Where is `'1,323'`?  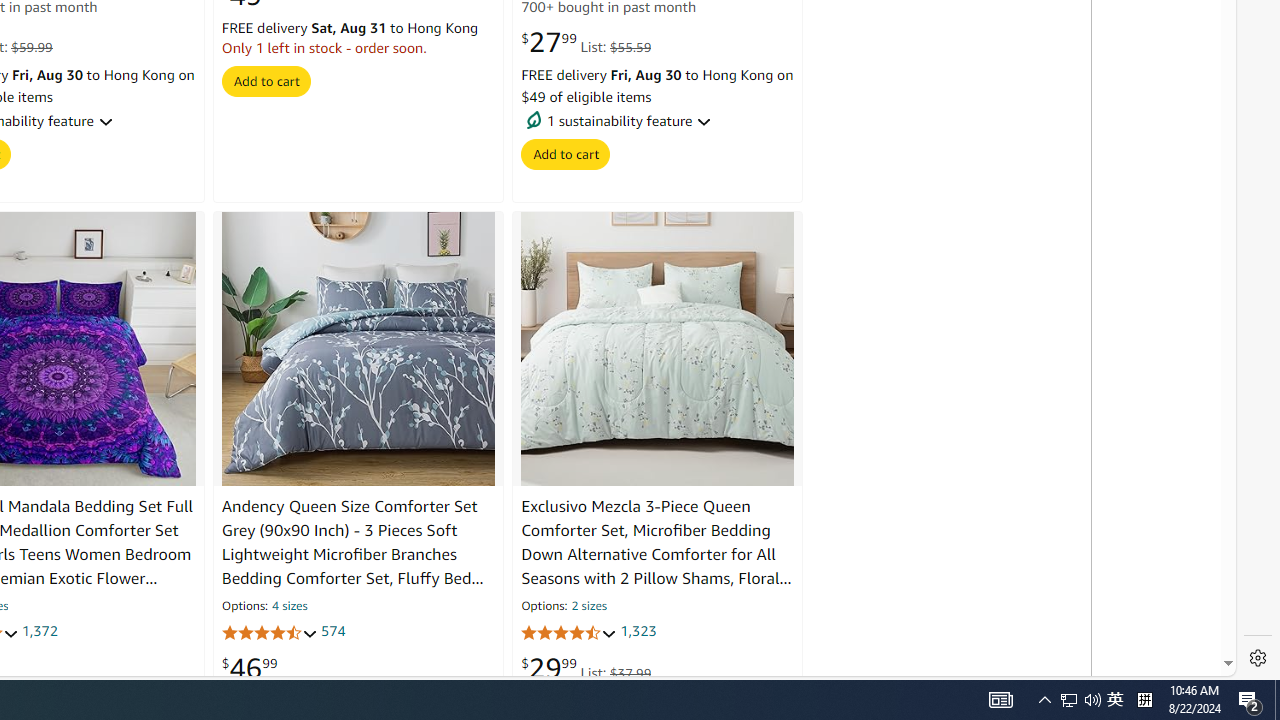
'1,323' is located at coordinates (637, 632).